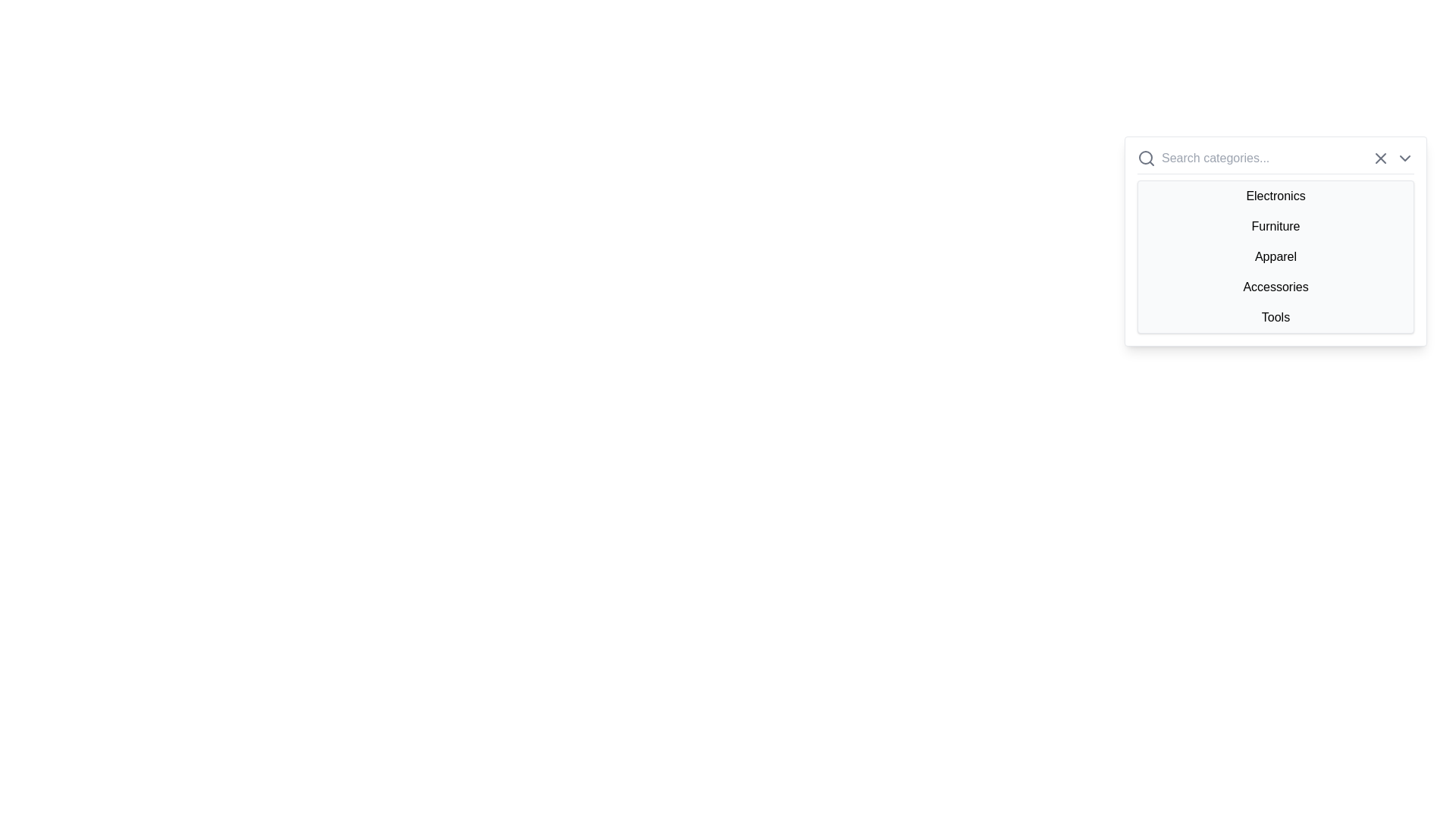 The image size is (1456, 819). Describe the element at coordinates (1275, 256) in the screenshot. I see `the selectable option labeled 'Apparel' in the dropdown menu` at that location.